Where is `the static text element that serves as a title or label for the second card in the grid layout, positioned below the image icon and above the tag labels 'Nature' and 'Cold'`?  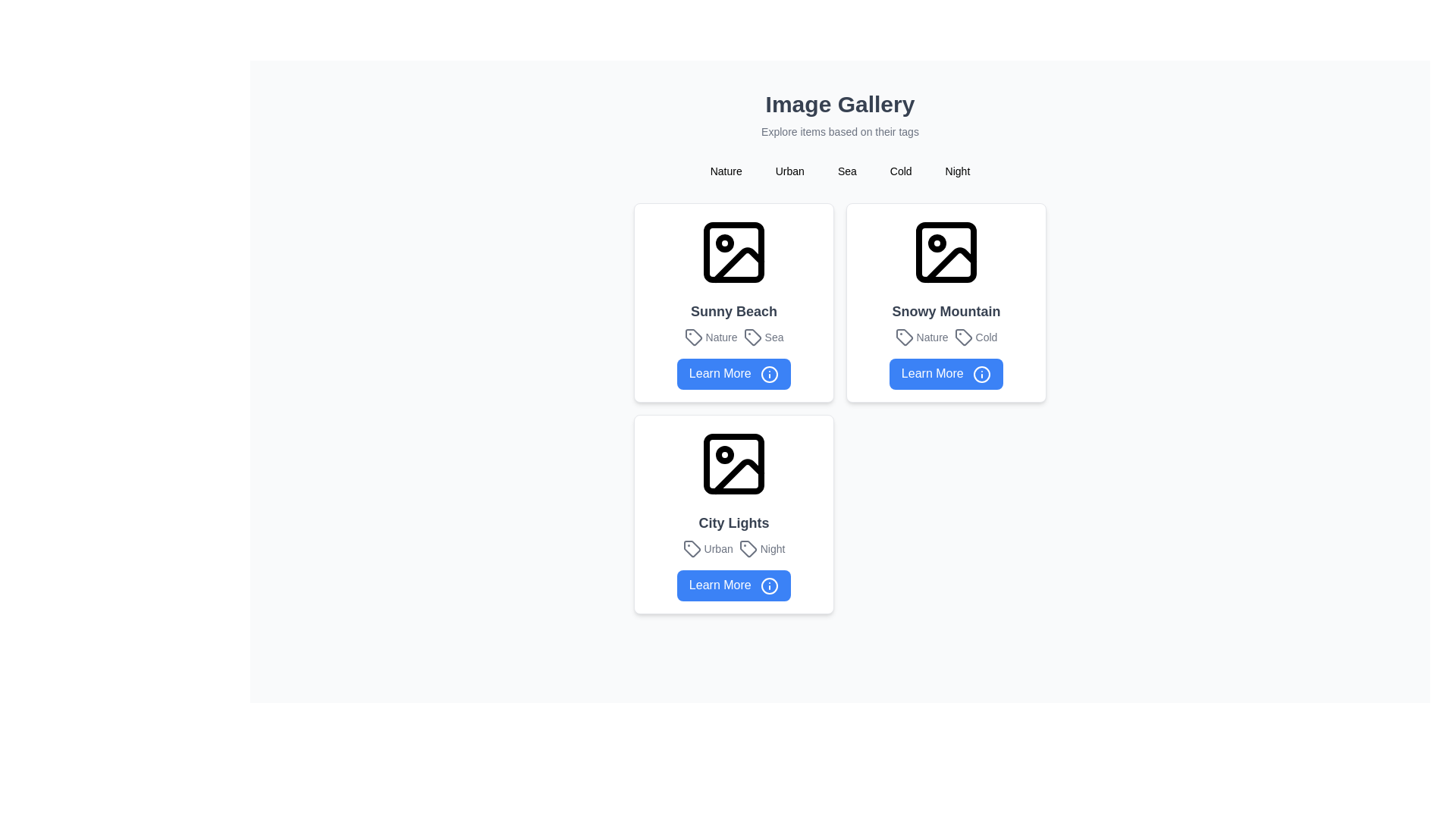
the static text element that serves as a title or label for the second card in the grid layout, positioned below the image icon and above the tag labels 'Nature' and 'Cold' is located at coordinates (946, 311).